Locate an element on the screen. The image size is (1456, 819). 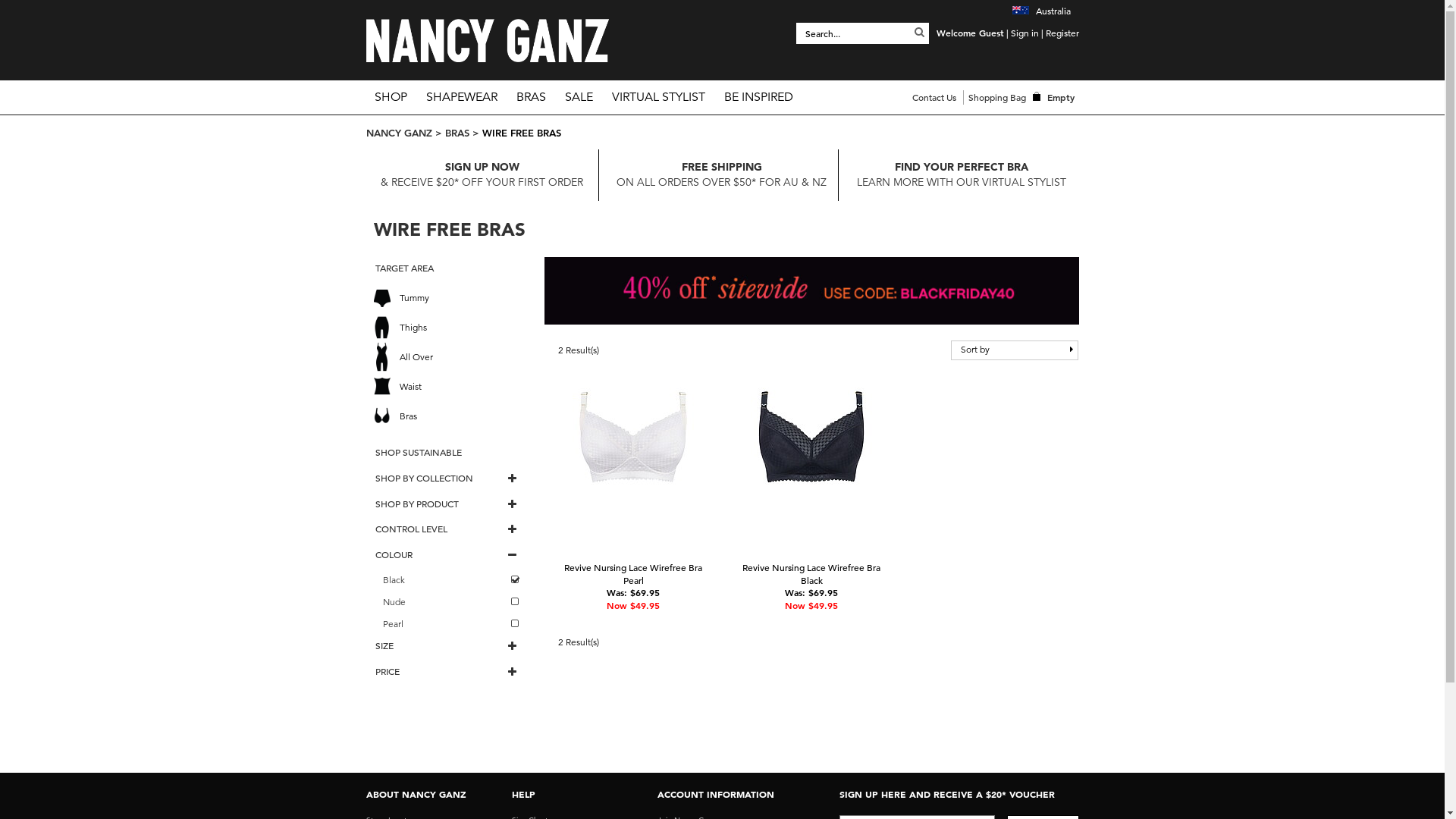
'Register' is located at coordinates (1061, 32).